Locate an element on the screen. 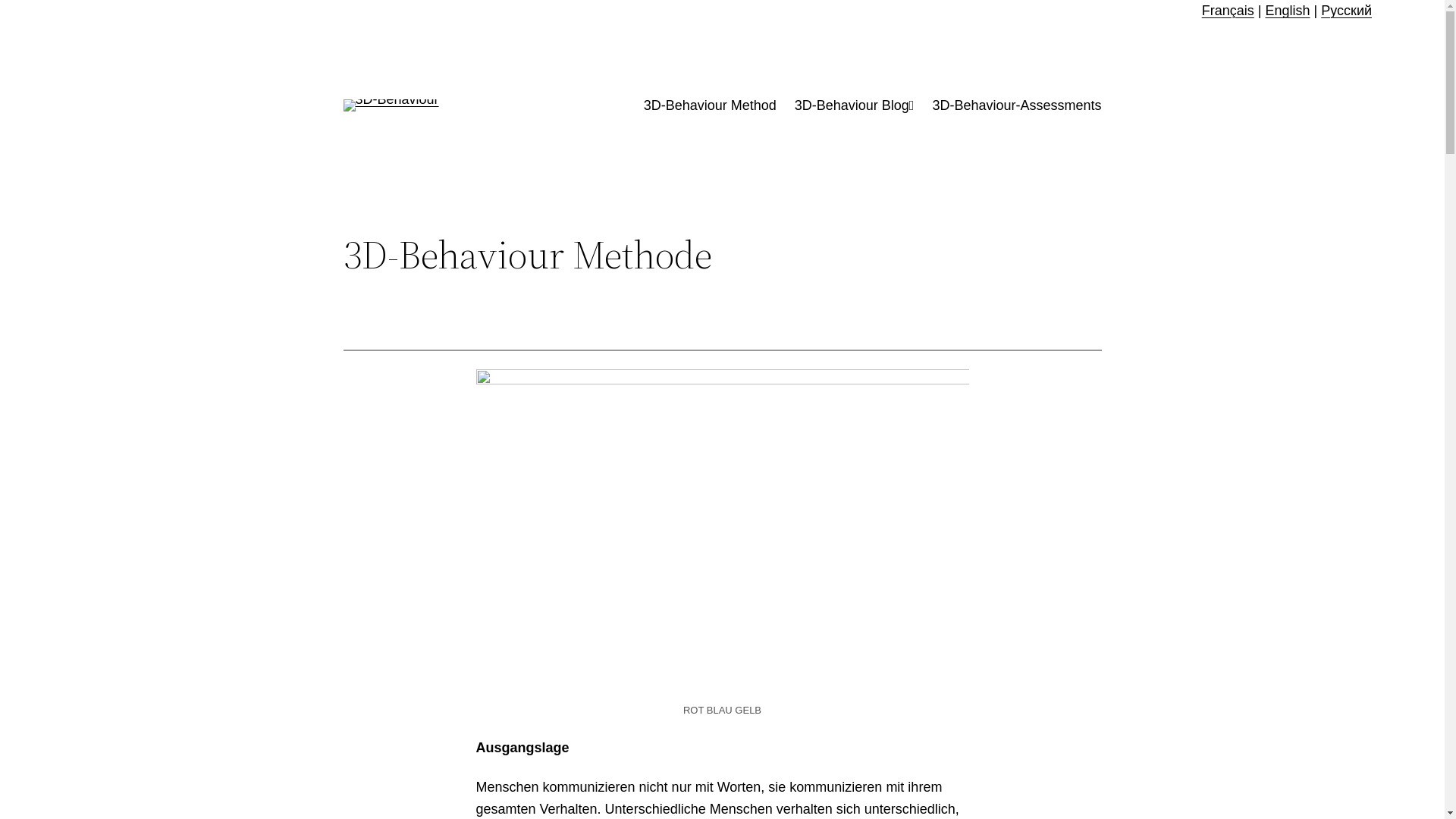 The height and width of the screenshot is (819, 1456). '3D-Behaviour-Assessments' is located at coordinates (1016, 105).